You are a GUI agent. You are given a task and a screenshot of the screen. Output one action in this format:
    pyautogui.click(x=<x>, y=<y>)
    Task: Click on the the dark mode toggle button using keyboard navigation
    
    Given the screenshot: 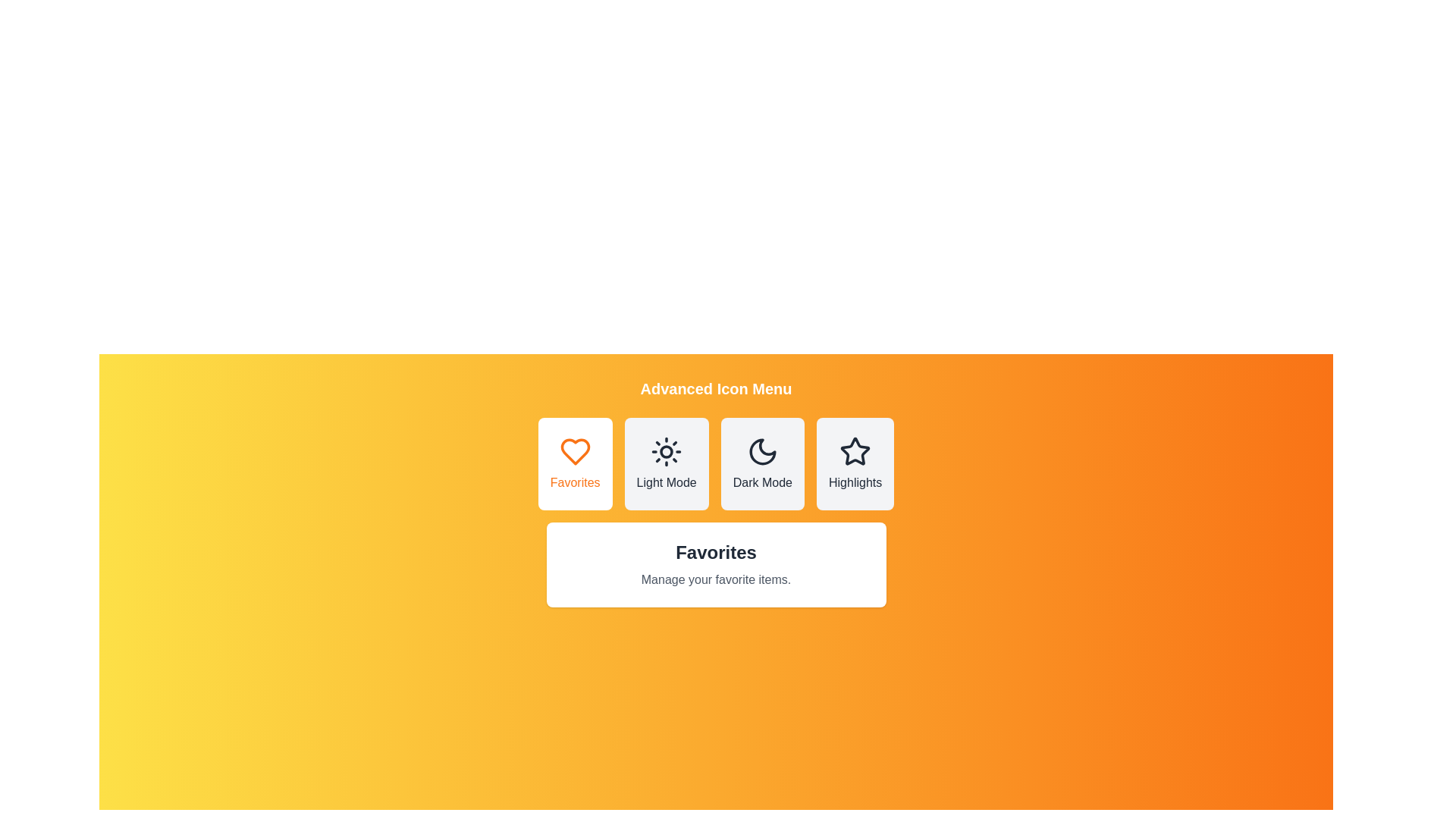 What is the action you would take?
    pyautogui.click(x=762, y=463)
    